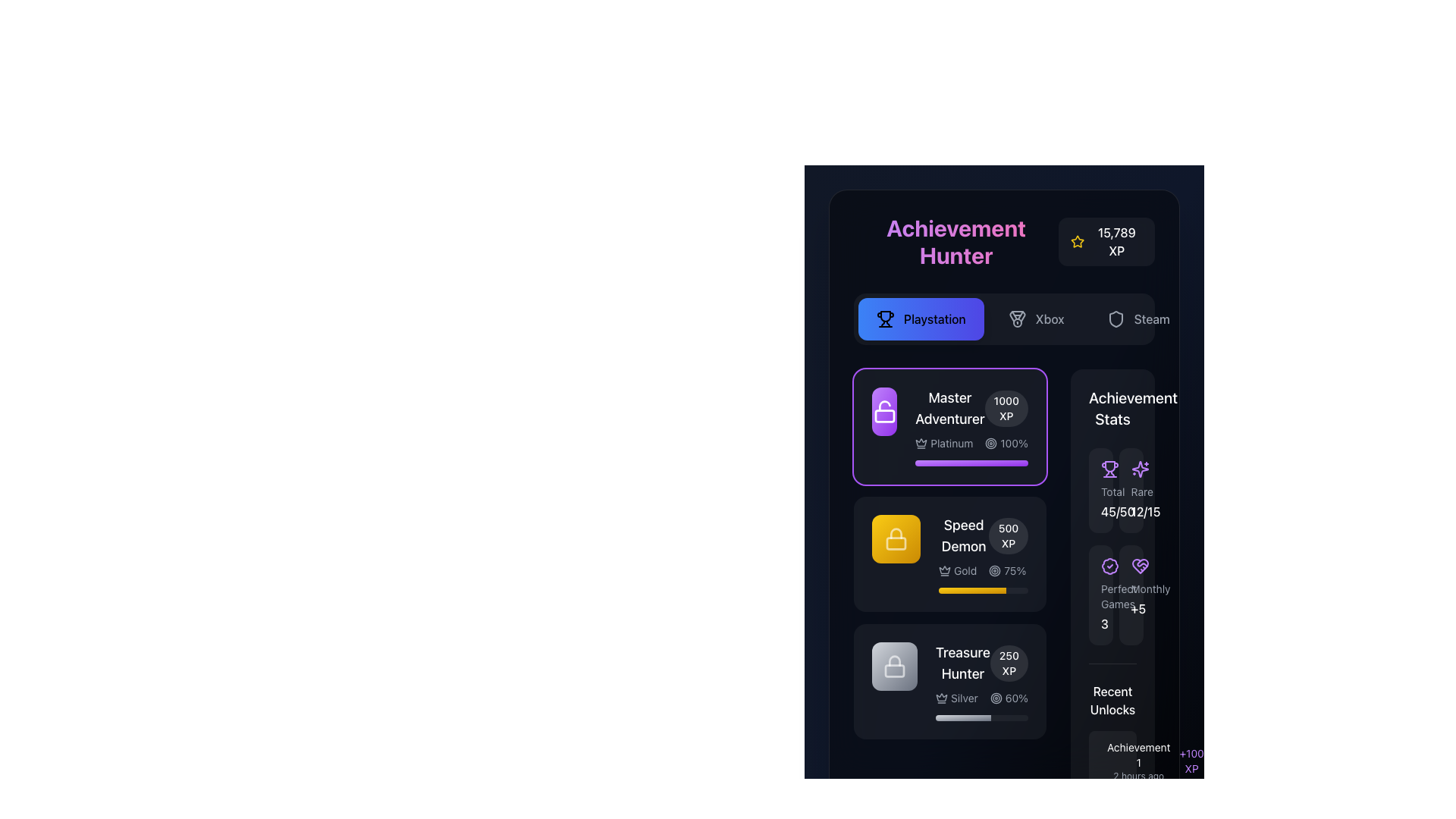 The height and width of the screenshot is (819, 1456). Describe the element at coordinates (1140, 566) in the screenshot. I see `the purple heart icon with a handshake inside it, located in the 'Monthly +5' section on the right panel of the interface` at that location.